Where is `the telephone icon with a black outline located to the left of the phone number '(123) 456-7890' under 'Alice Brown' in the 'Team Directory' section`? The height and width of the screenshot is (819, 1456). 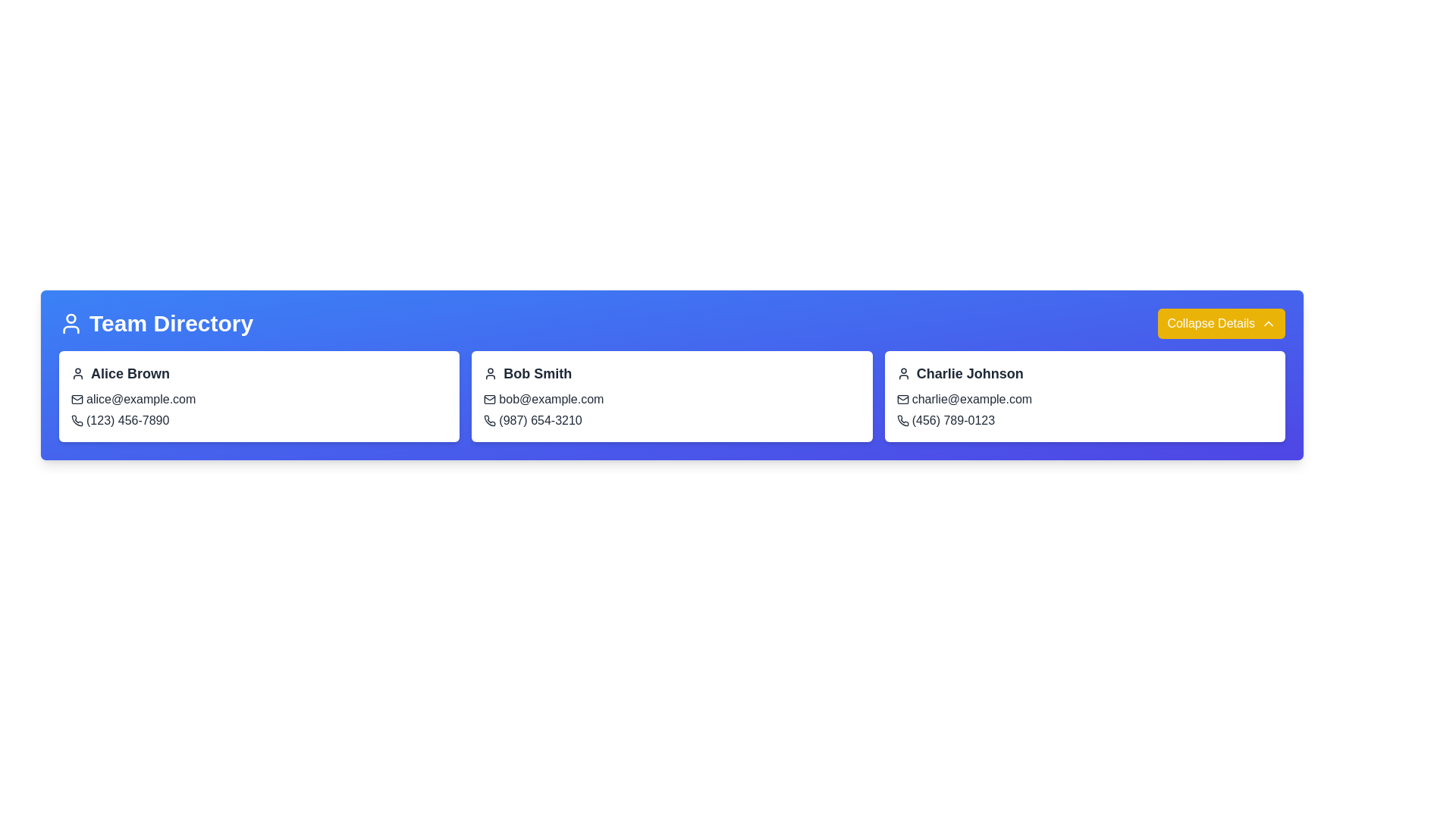 the telephone icon with a black outline located to the left of the phone number '(123) 456-7890' under 'Alice Brown' in the 'Team Directory' section is located at coordinates (76, 421).